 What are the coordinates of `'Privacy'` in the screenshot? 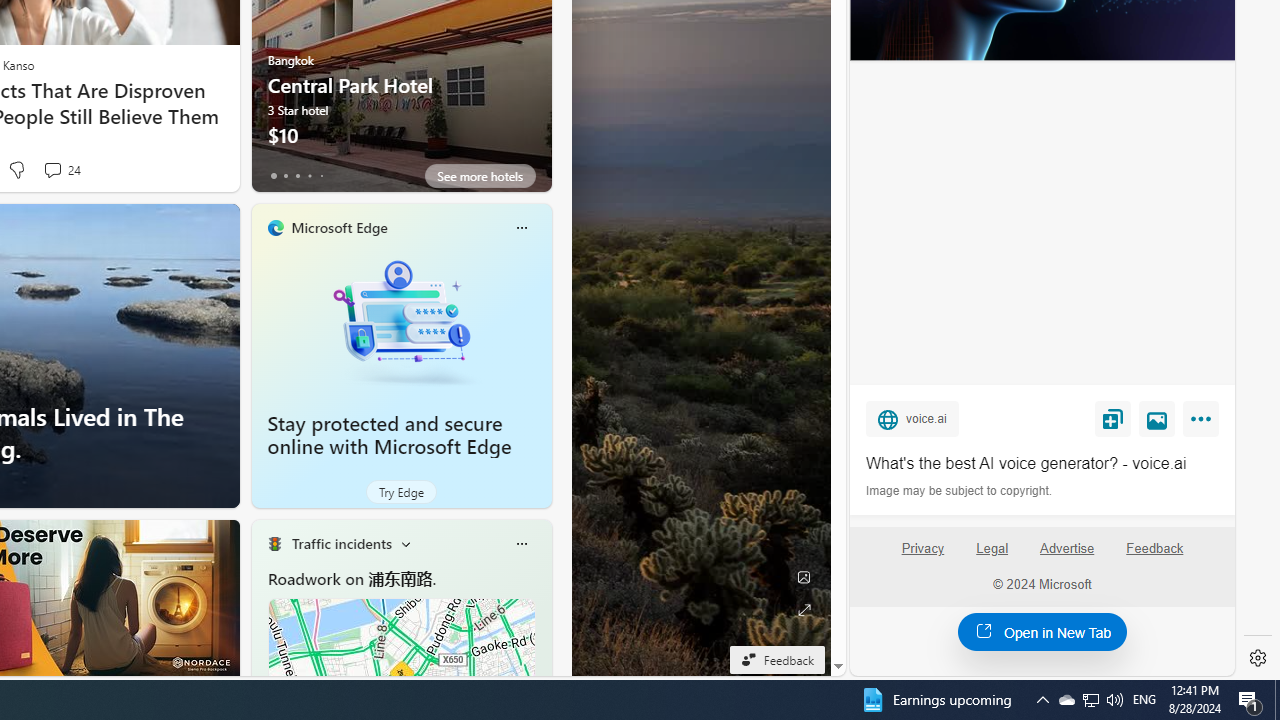 It's located at (921, 557).